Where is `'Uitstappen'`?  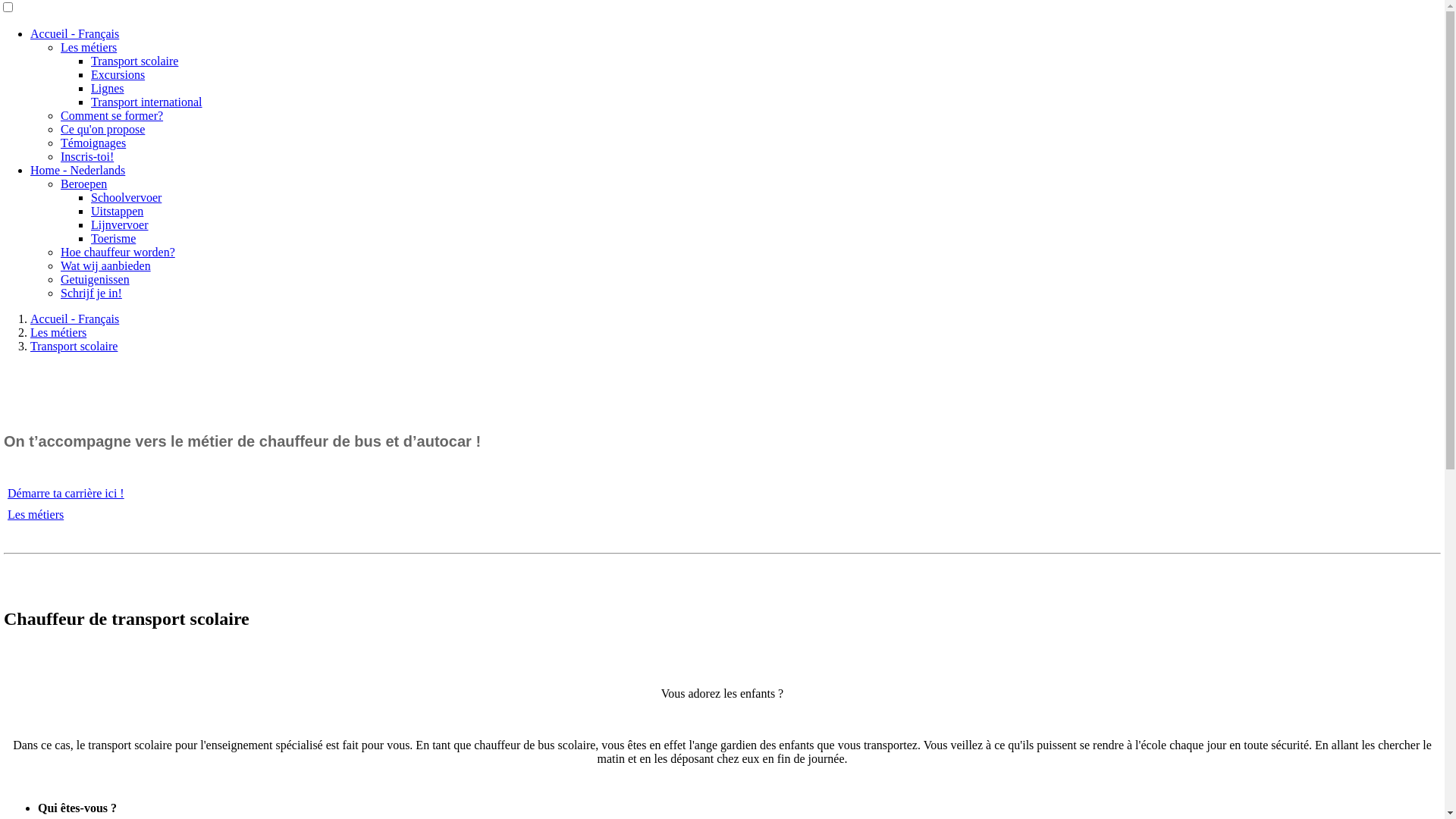 'Uitstappen' is located at coordinates (116, 211).